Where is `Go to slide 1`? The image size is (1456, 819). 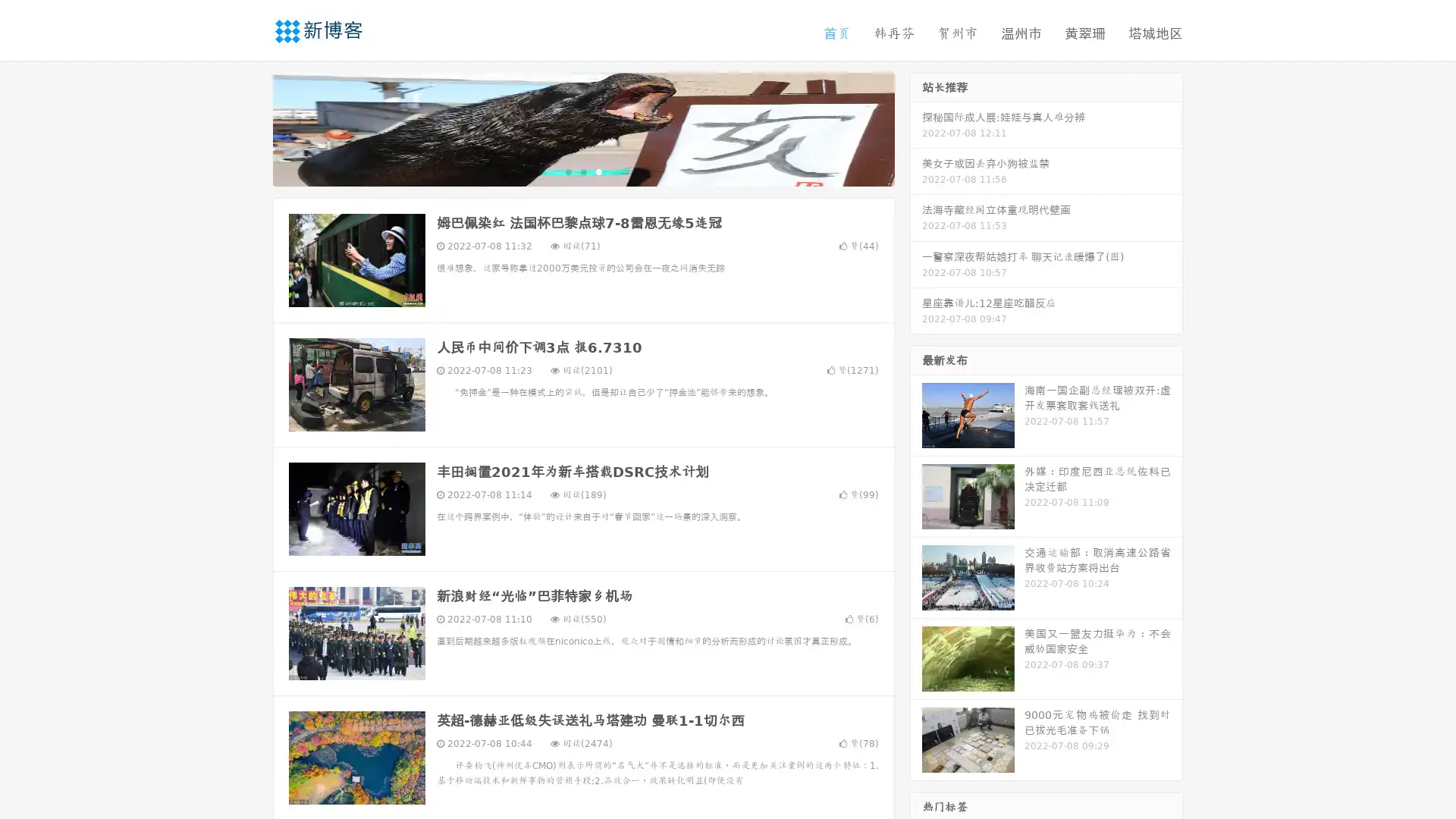
Go to slide 1 is located at coordinates (567, 171).